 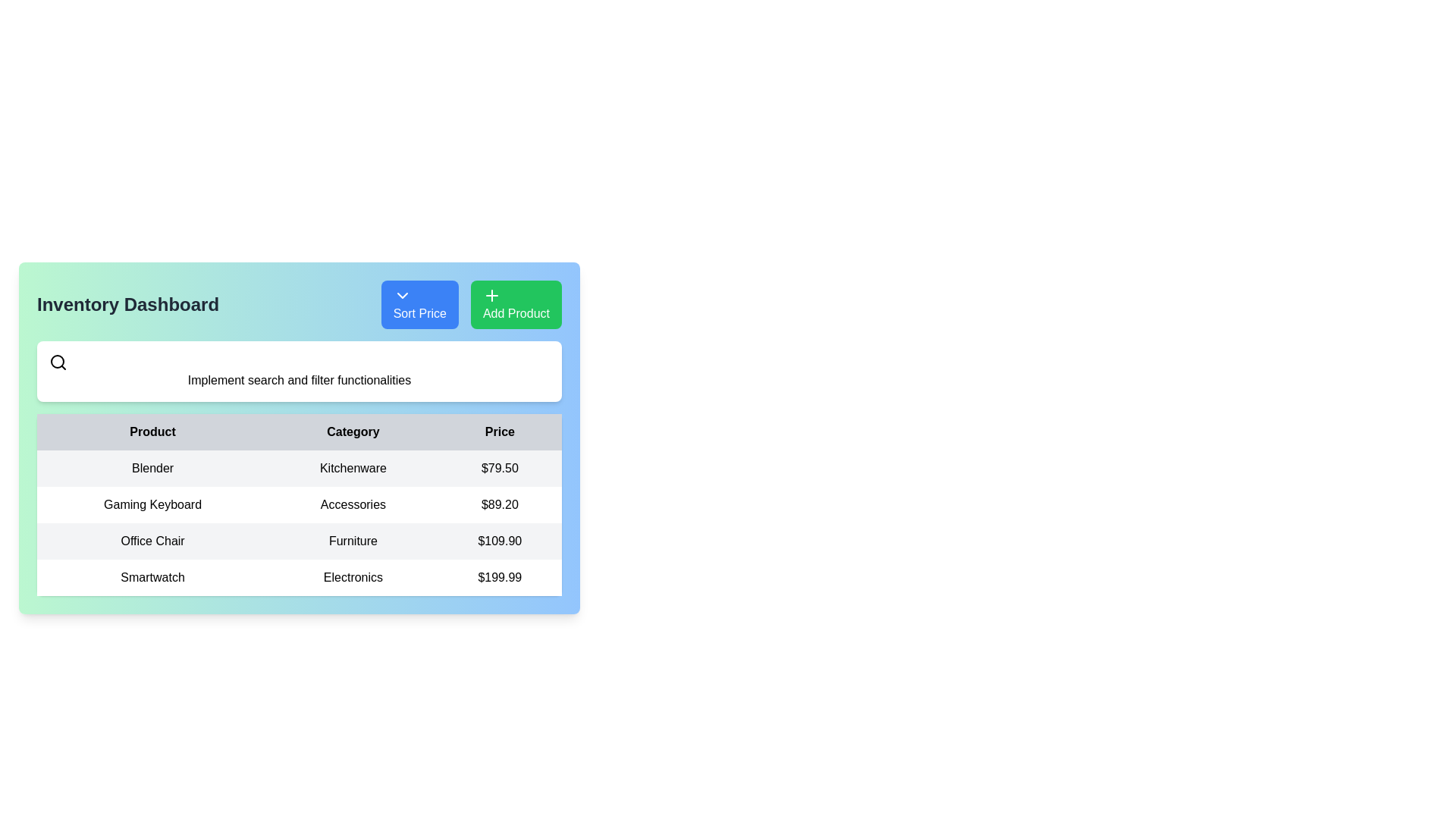 What do you see at coordinates (500, 467) in the screenshot?
I see `price displayed as '$79.50' in the rightmost column labeled 'Price' within the first row of the table` at bounding box center [500, 467].